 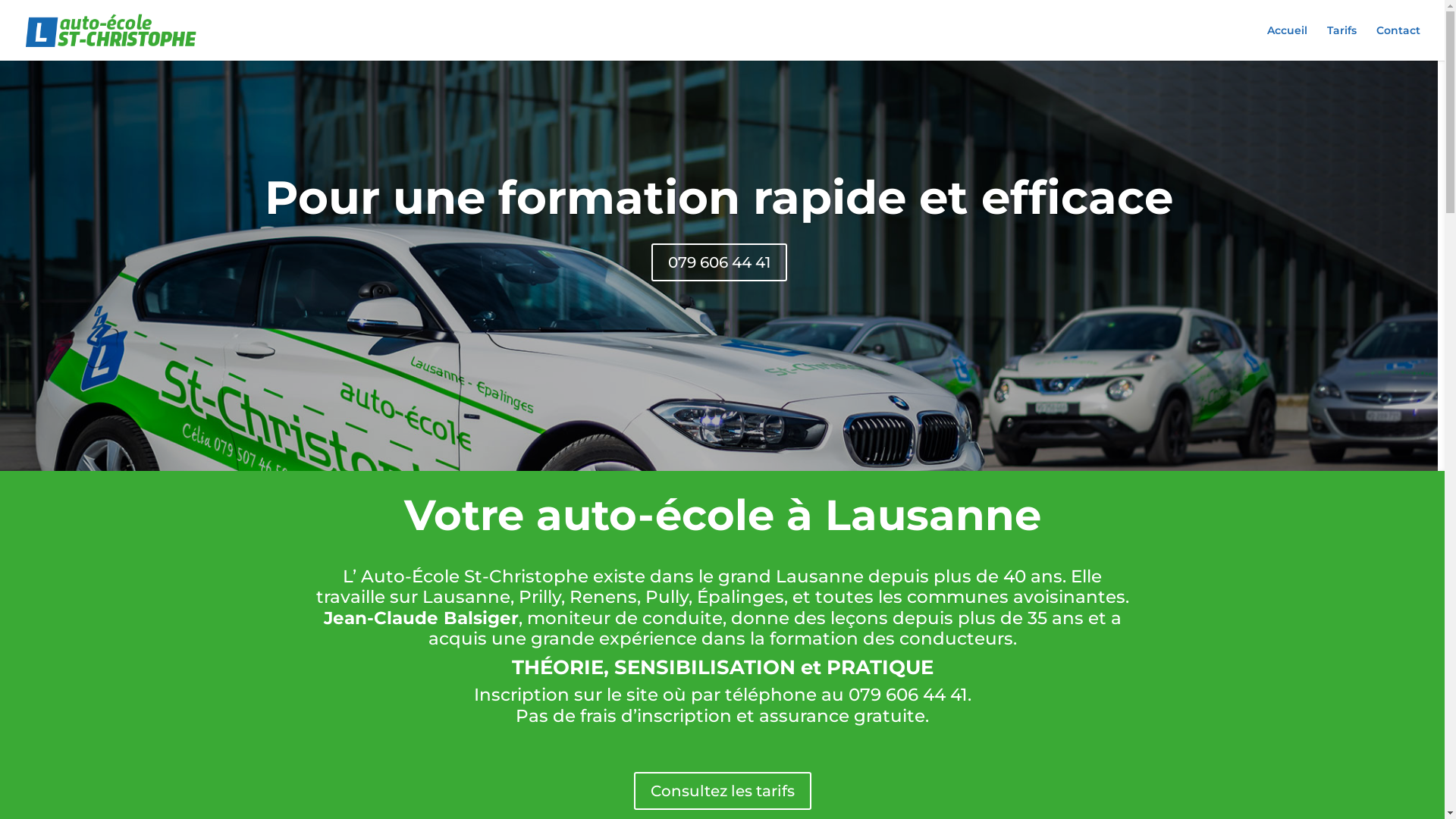 I want to click on 'Tarifs', so click(x=1326, y=42).